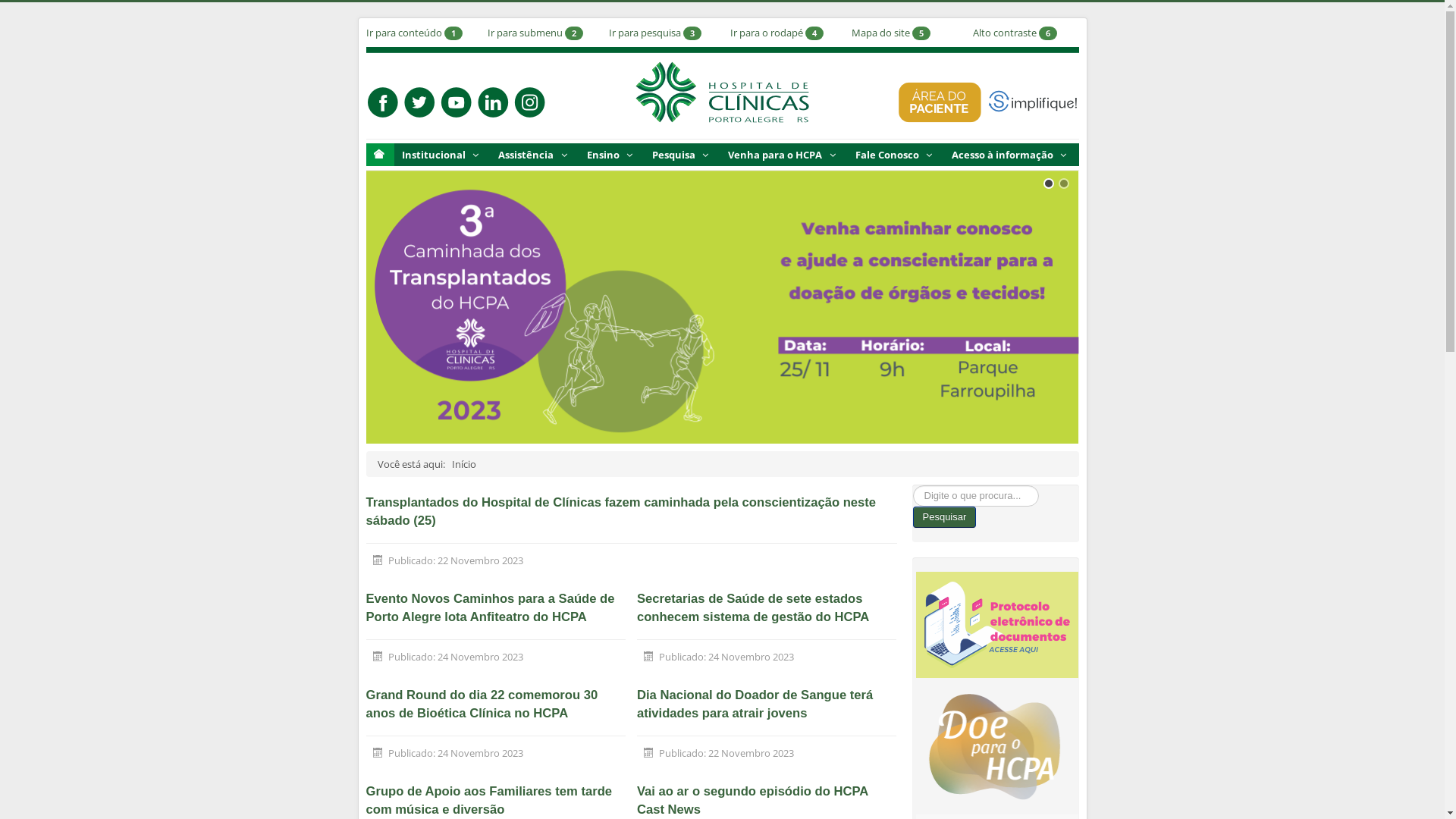 This screenshot has width=1456, height=819. I want to click on 'Fale Conosco', so click(896, 155).